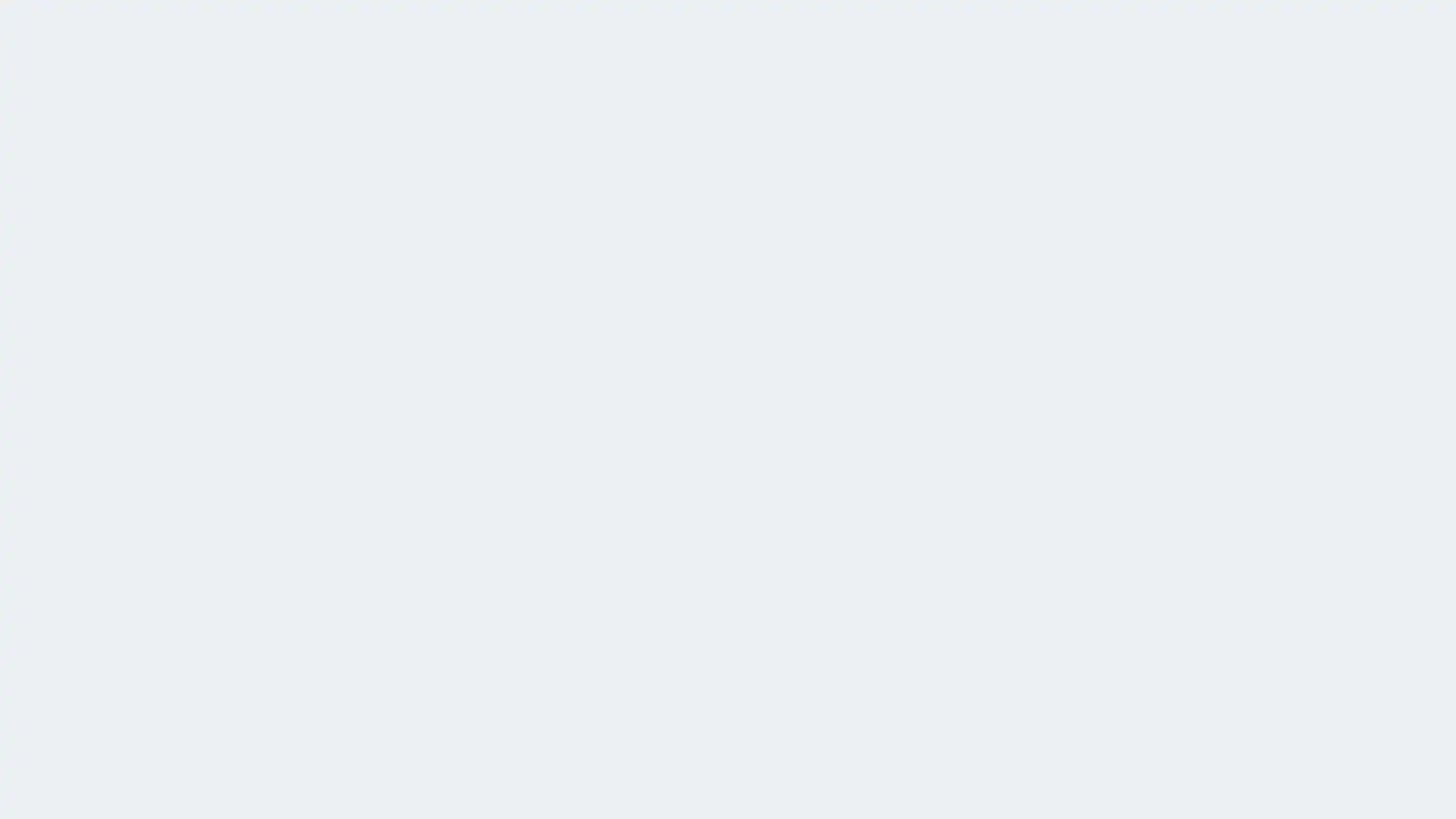  I want to click on Sign up, so click(792, 375).